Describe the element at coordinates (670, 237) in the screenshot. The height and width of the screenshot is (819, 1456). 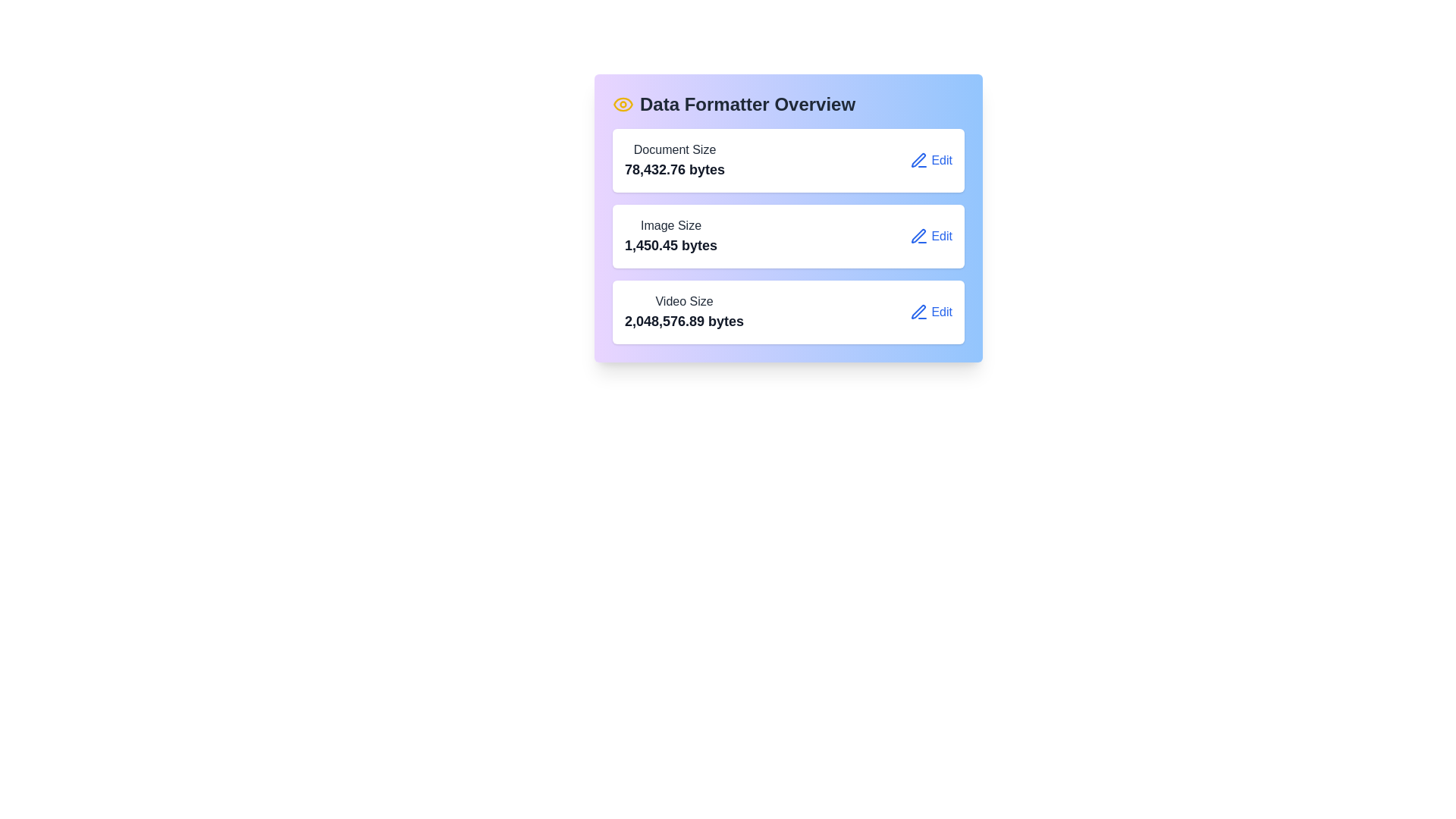
I see `the text display component showing 'Image Size' with the value '1,450.45 bytes', located in the second row of a vertical list of similar components` at that location.